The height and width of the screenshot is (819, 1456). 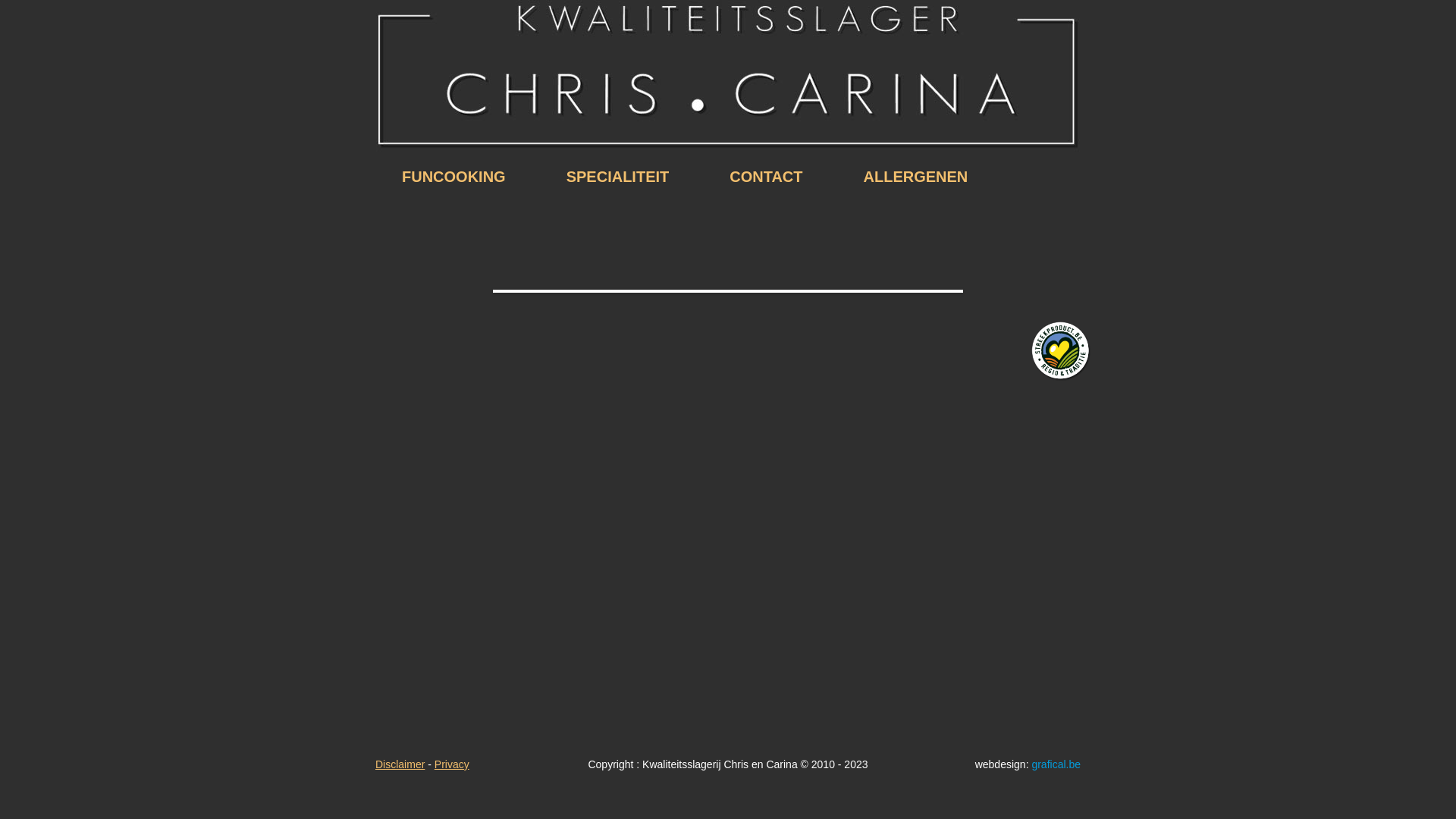 What do you see at coordinates (400, 764) in the screenshot?
I see `'Disclaimer'` at bounding box center [400, 764].